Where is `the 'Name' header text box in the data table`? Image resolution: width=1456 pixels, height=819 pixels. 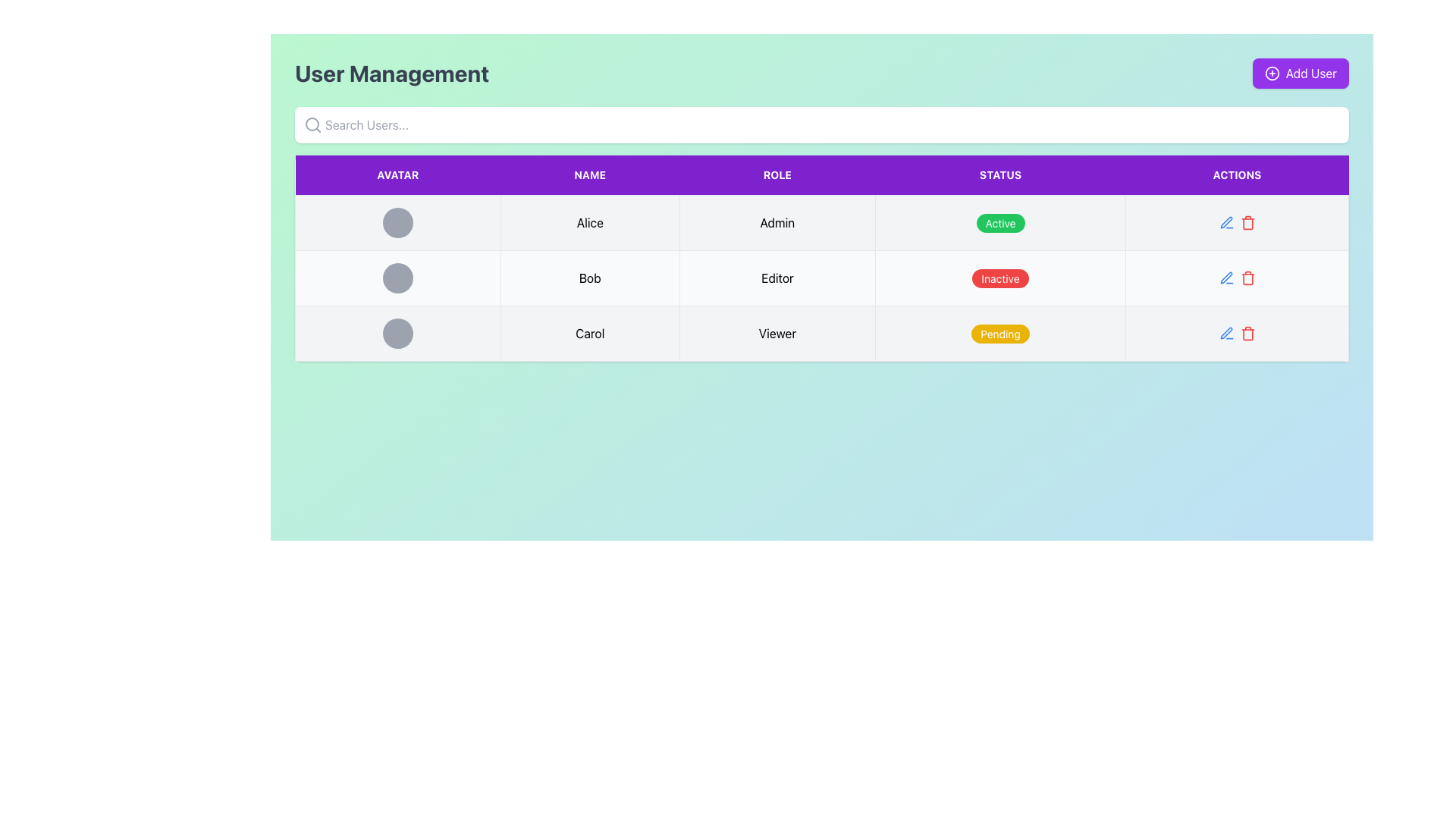
the 'Name' header text box in the data table is located at coordinates (589, 174).